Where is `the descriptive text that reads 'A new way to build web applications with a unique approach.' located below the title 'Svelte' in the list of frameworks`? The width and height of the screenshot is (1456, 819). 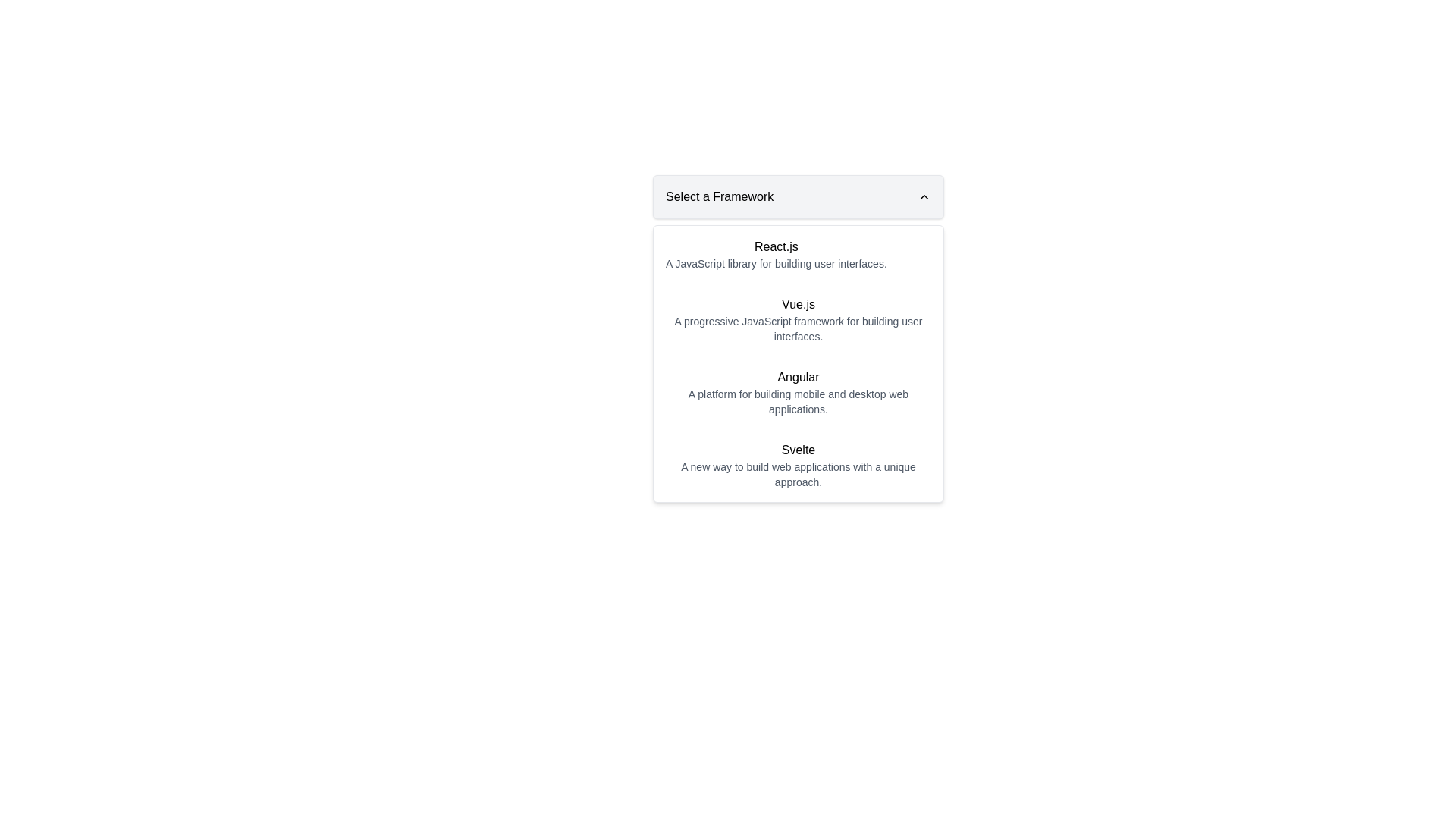
the descriptive text that reads 'A new way to build web applications with a unique approach.' located below the title 'Svelte' in the list of frameworks is located at coordinates (797, 473).